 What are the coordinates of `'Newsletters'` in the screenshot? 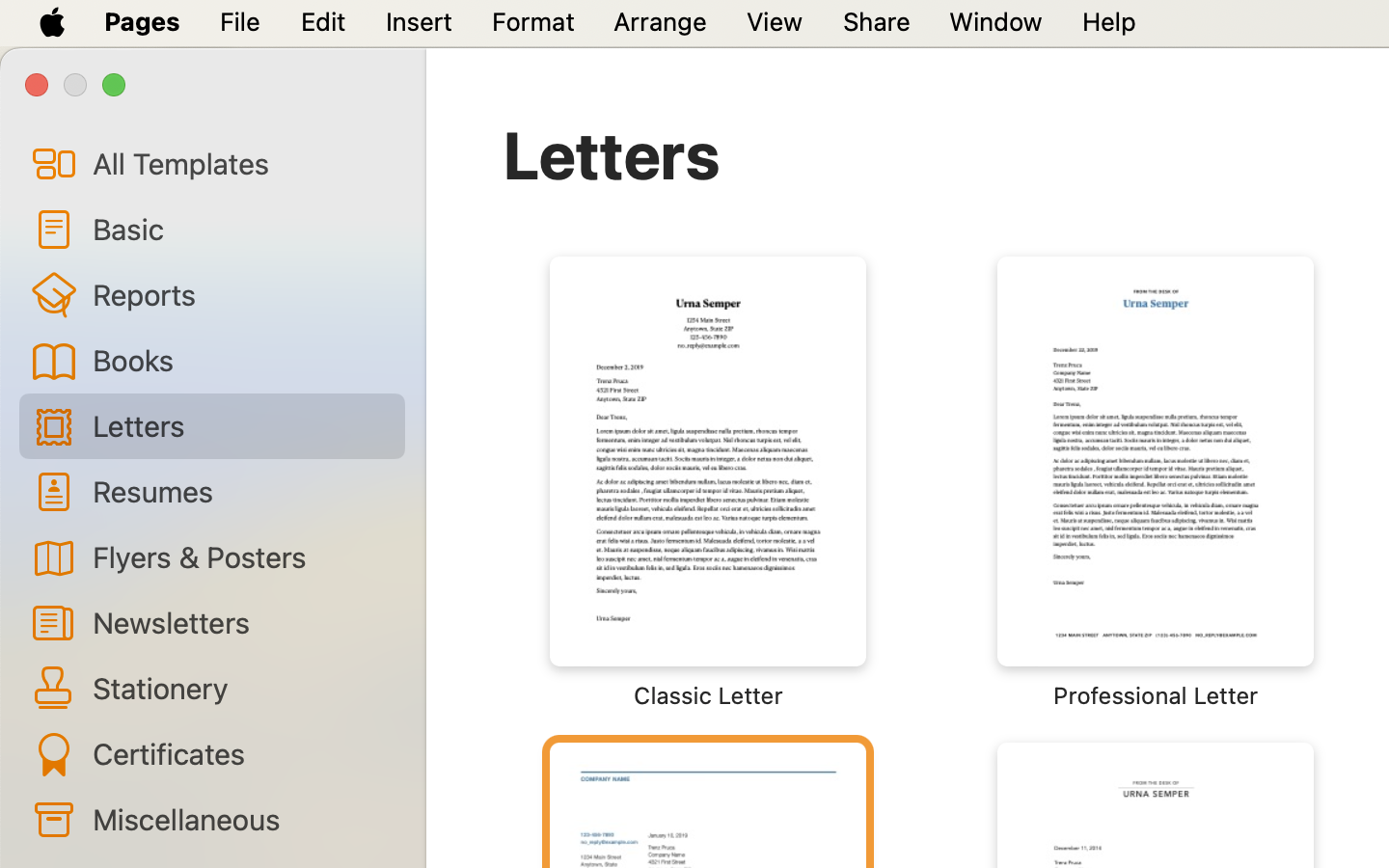 It's located at (239, 622).